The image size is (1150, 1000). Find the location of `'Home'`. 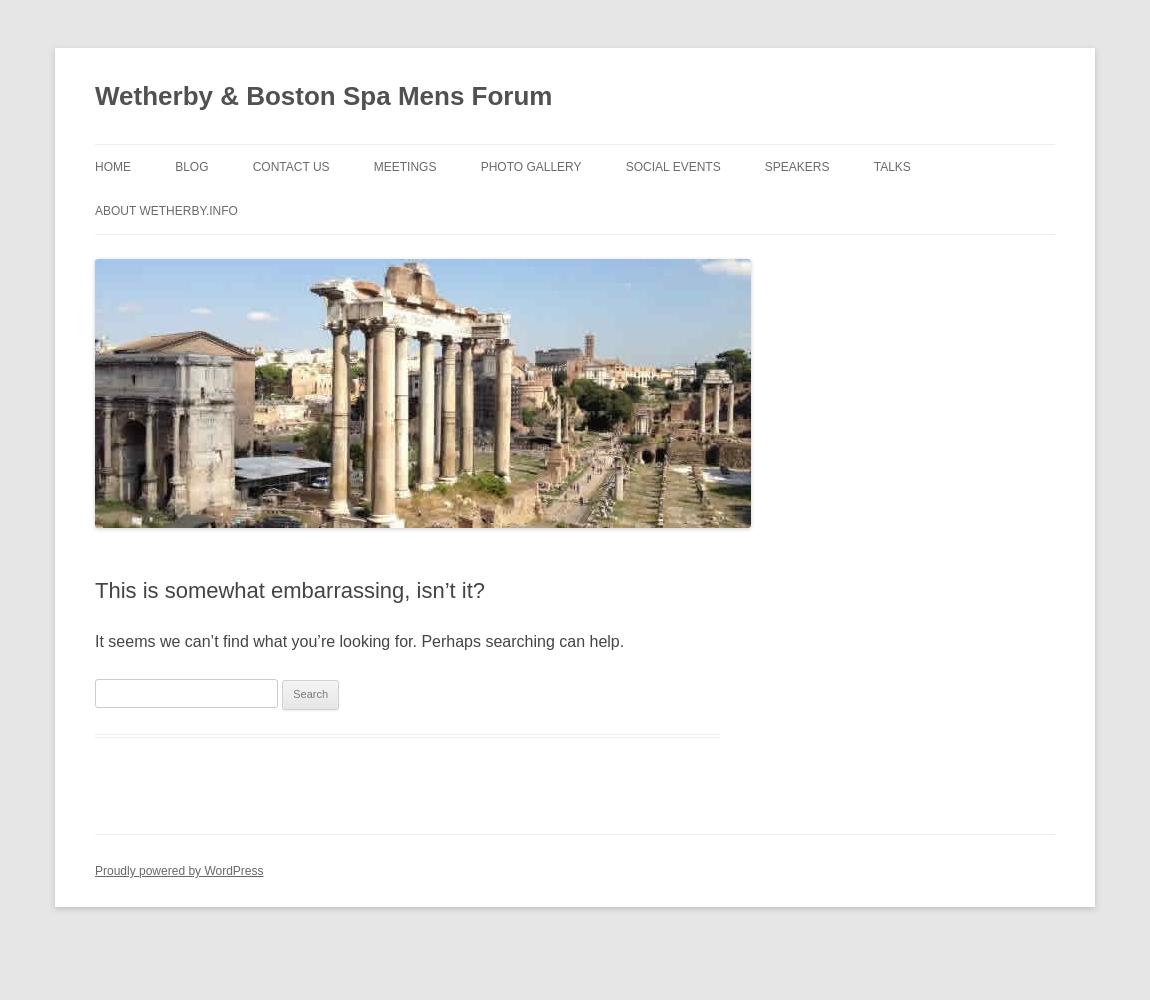

'Home' is located at coordinates (93, 167).